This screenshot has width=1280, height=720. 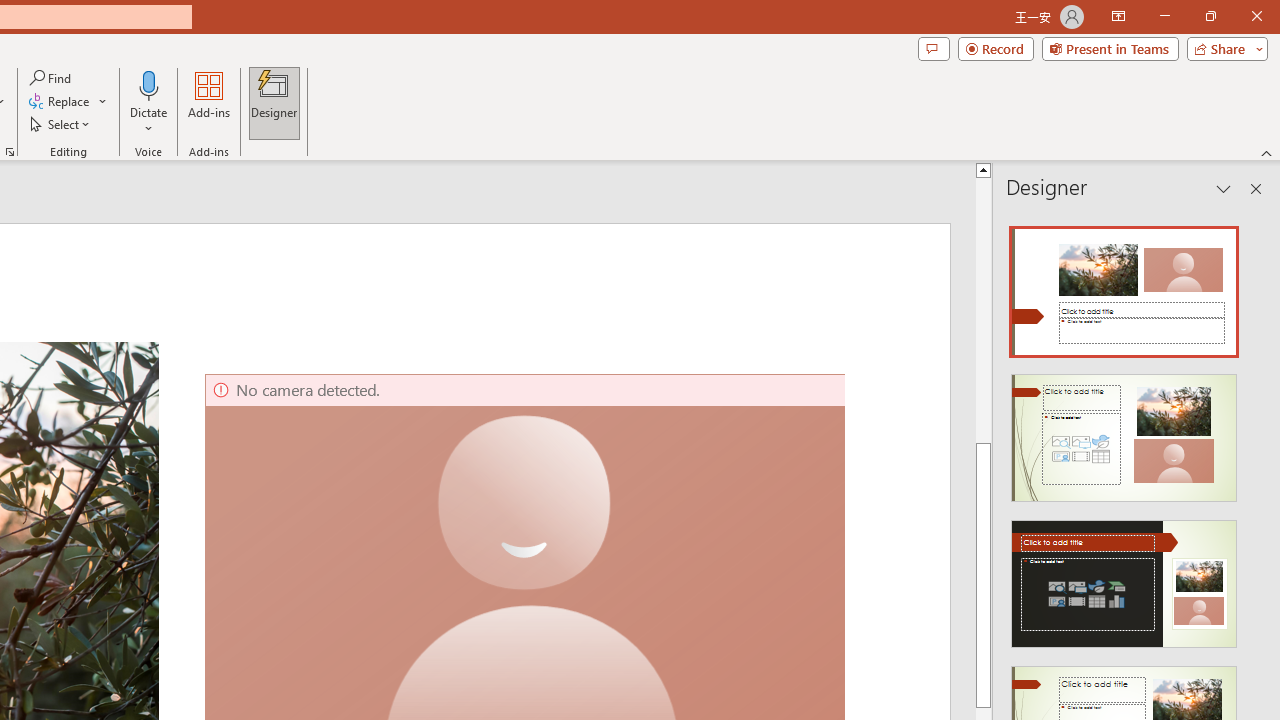 I want to click on 'Recommended Design: Design Idea', so click(x=1124, y=286).